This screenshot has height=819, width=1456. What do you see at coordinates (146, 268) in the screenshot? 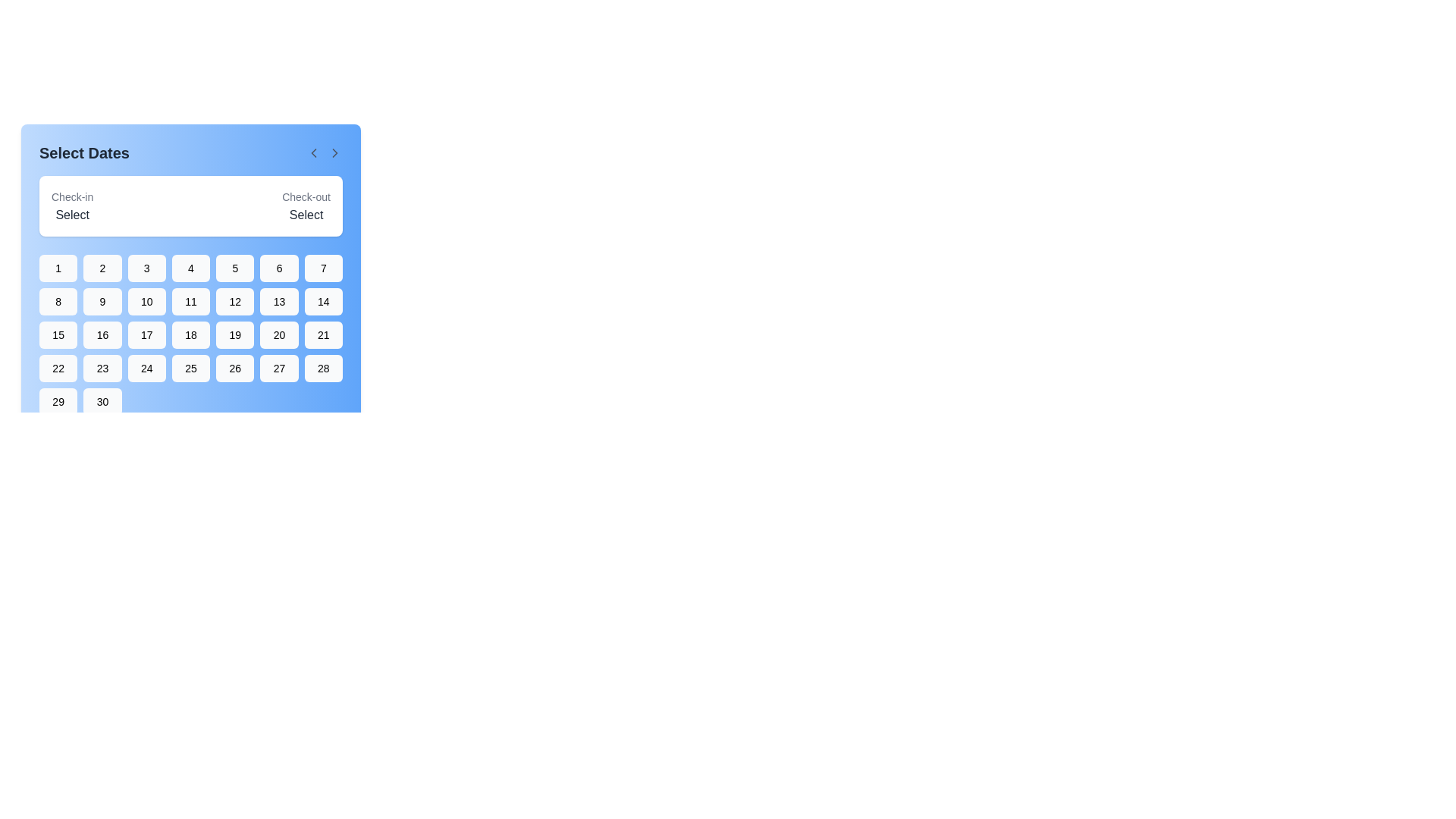
I see `the date '3' button in the calendar component, which is the third cell of the first row in the calendar layout` at bounding box center [146, 268].